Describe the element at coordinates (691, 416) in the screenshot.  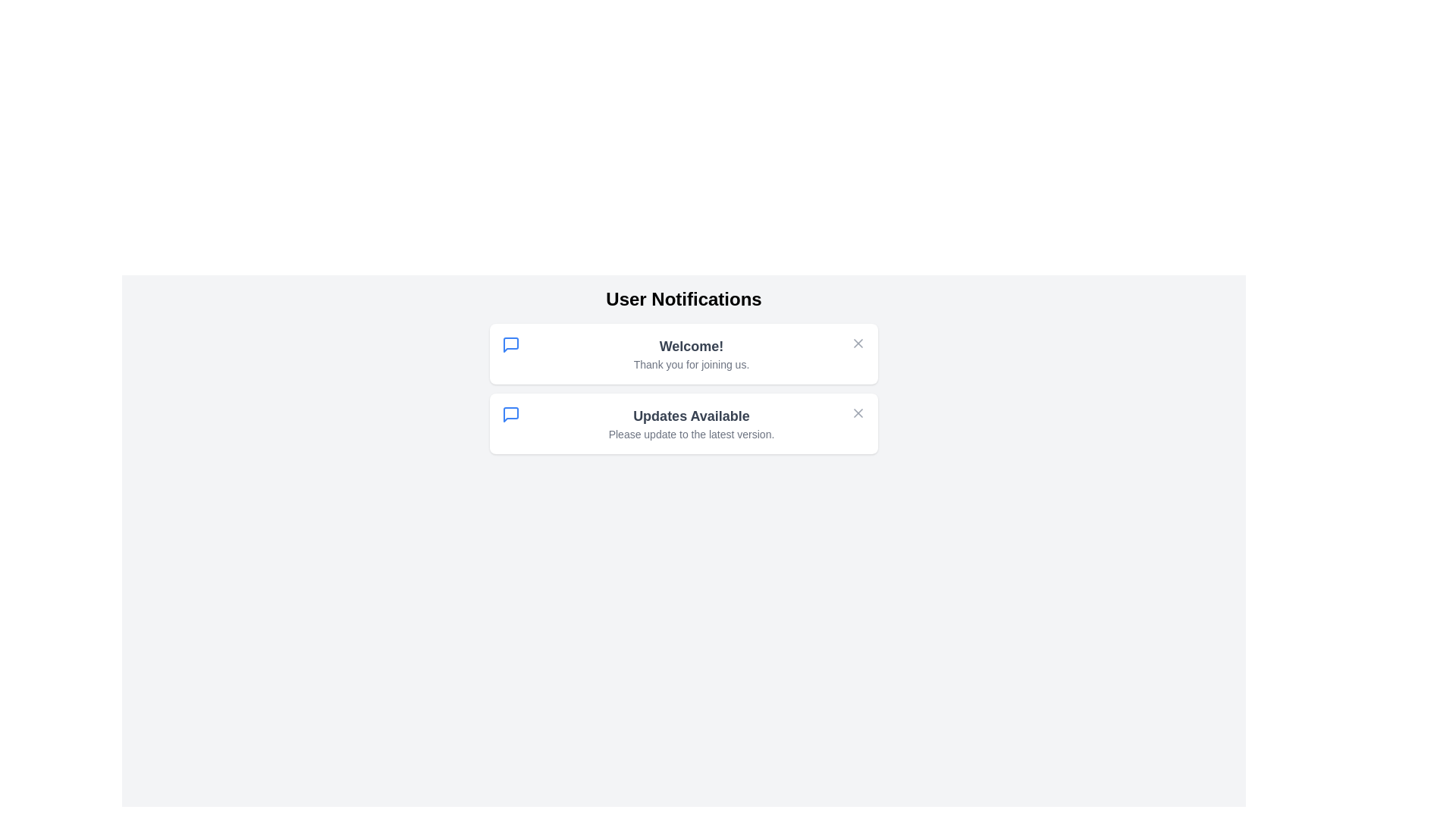
I see `the 'Updates Available' static text label, which is prominently displayed in a larger and bold font within the second notification card, located at the center of the notification panel` at that location.